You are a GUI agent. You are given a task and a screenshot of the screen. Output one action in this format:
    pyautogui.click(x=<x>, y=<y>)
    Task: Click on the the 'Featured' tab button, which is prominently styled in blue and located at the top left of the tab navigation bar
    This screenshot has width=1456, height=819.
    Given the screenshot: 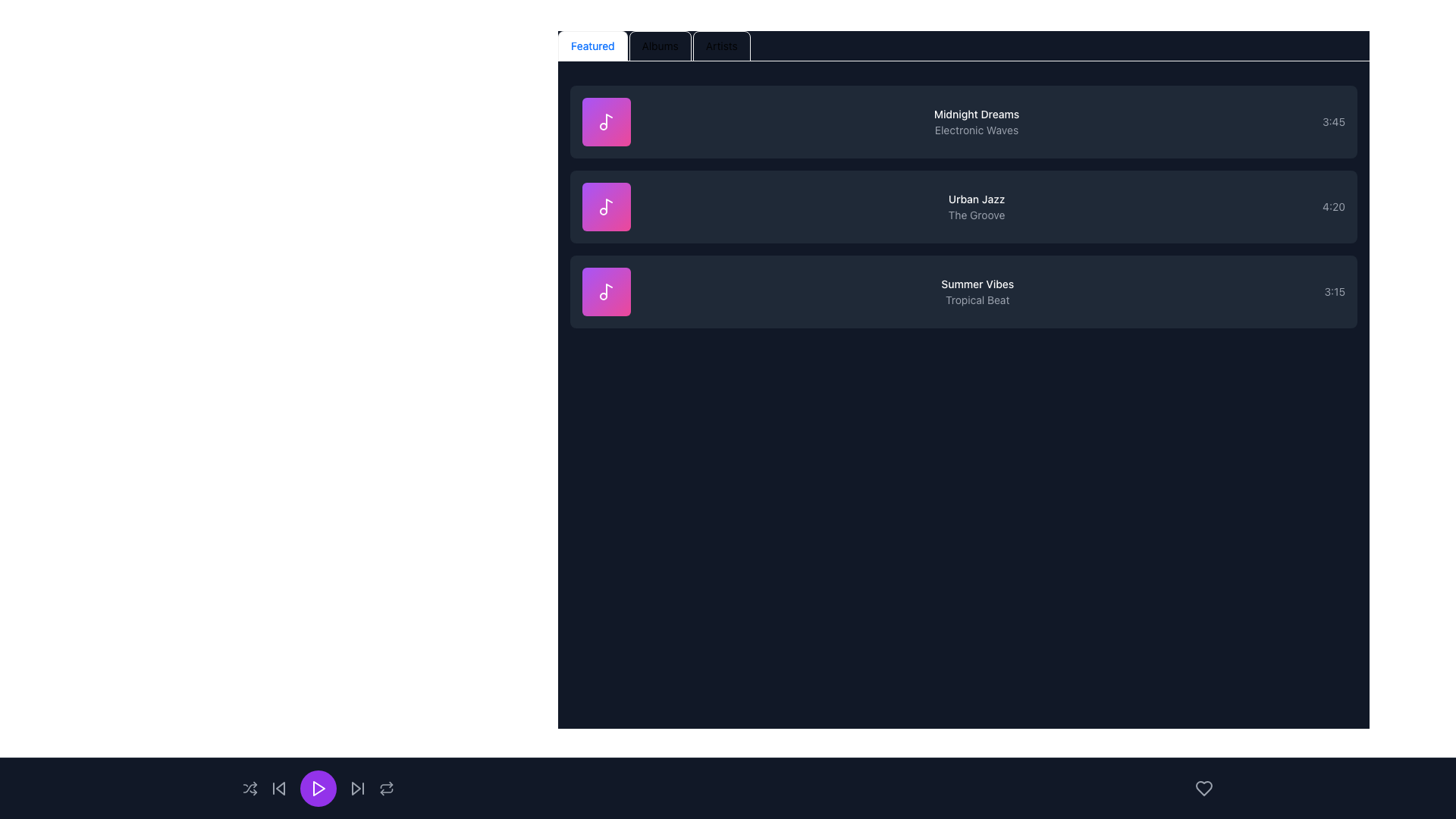 What is the action you would take?
    pyautogui.click(x=591, y=45)
    